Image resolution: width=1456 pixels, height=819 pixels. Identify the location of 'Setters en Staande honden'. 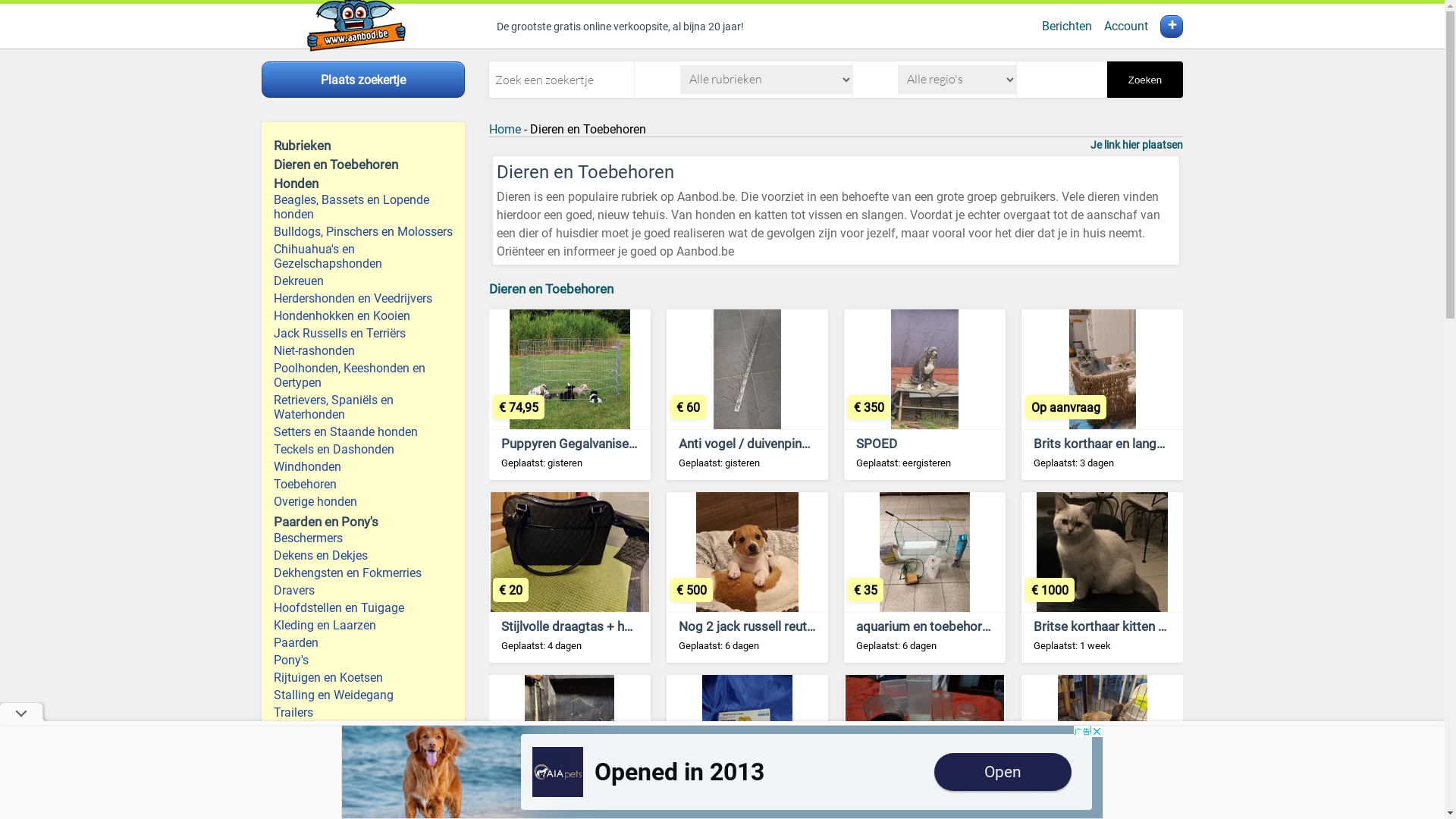
(362, 431).